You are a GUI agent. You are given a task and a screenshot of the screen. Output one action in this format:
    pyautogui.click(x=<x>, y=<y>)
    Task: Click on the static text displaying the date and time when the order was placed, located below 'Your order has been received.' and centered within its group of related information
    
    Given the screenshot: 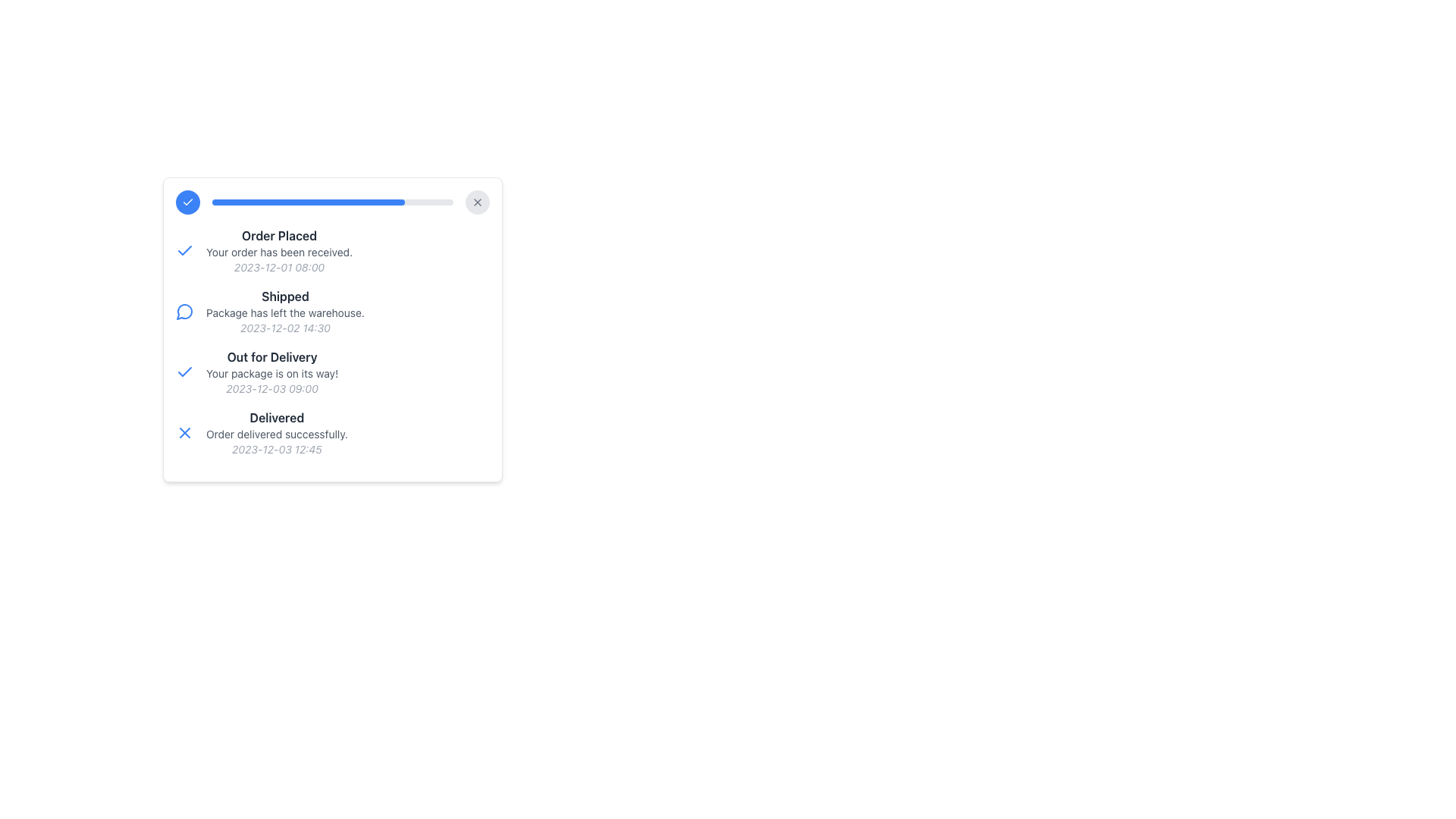 What is the action you would take?
    pyautogui.click(x=279, y=267)
    